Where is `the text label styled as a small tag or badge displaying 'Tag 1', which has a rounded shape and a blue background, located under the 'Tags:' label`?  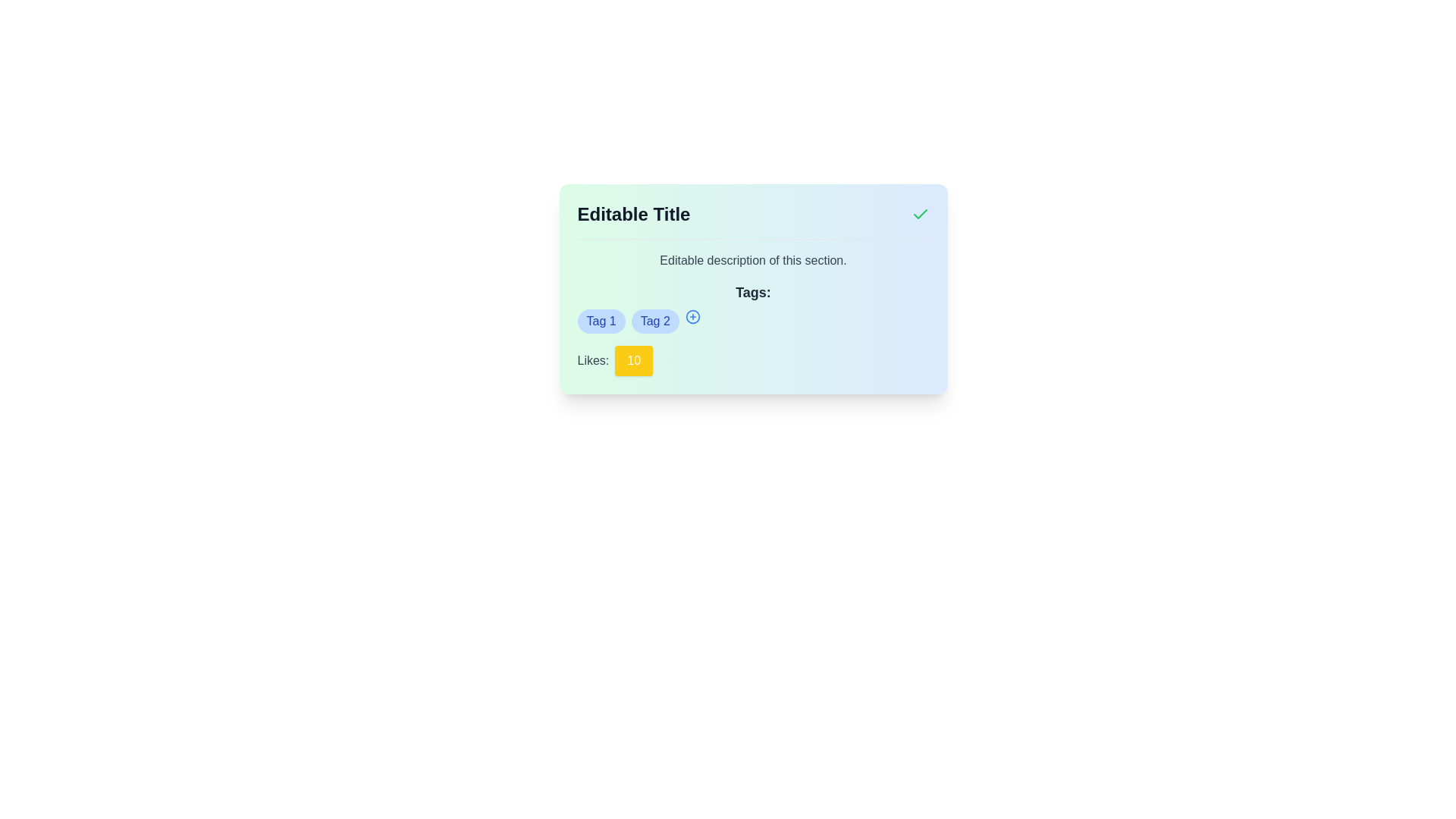
the text label styled as a small tag or badge displaying 'Tag 1', which has a rounded shape and a blue background, located under the 'Tags:' label is located at coordinates (601, 321).